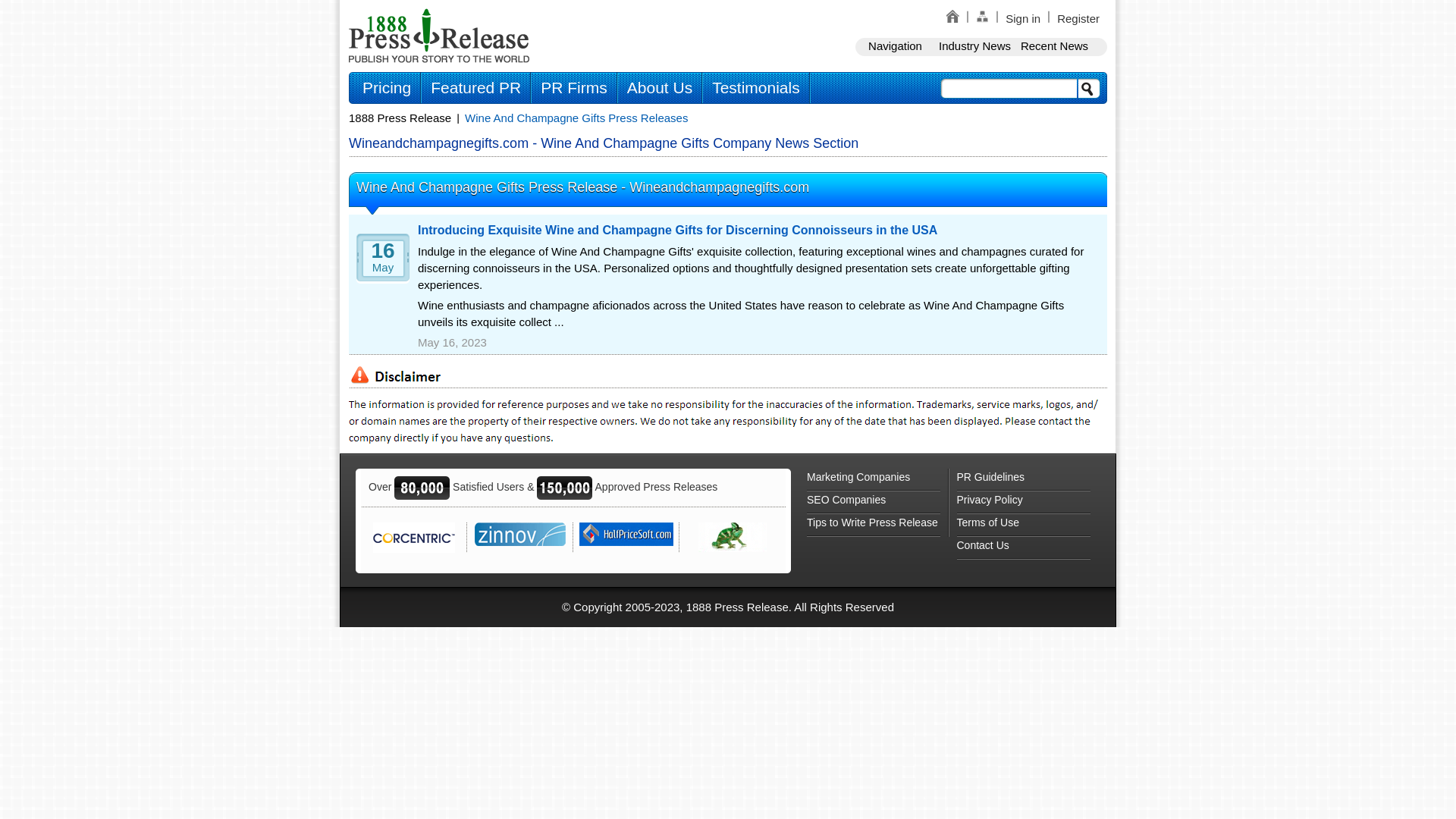  Describe the element at coordinates (874, 479) in the screenshot. I see `'Marketing Companies'` at that location.